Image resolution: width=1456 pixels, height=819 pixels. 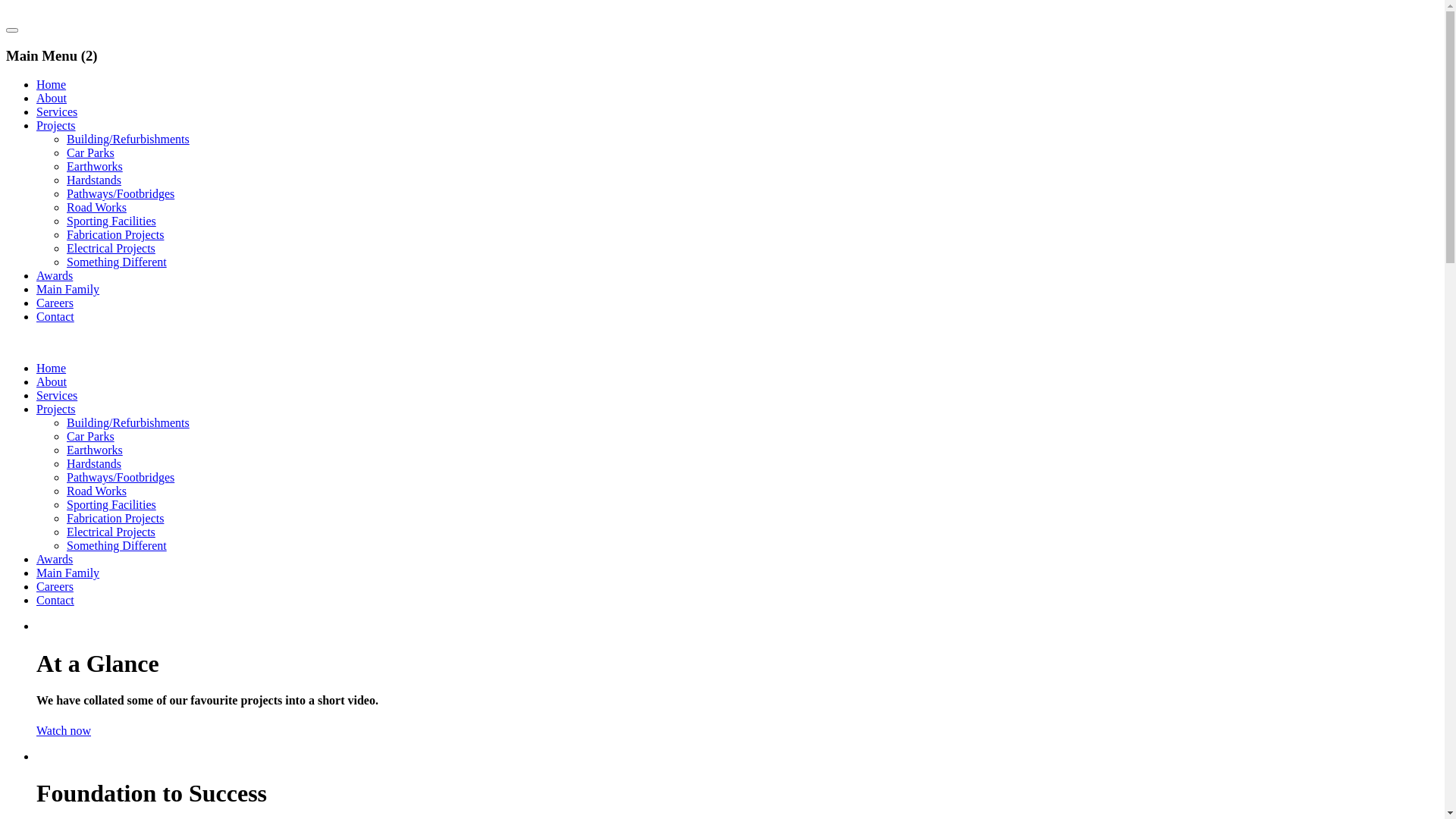 What do you see at coordinates (110, 531) in the screenshot?
I see `'Electrical Projects'` at bounding box center [110, 531].